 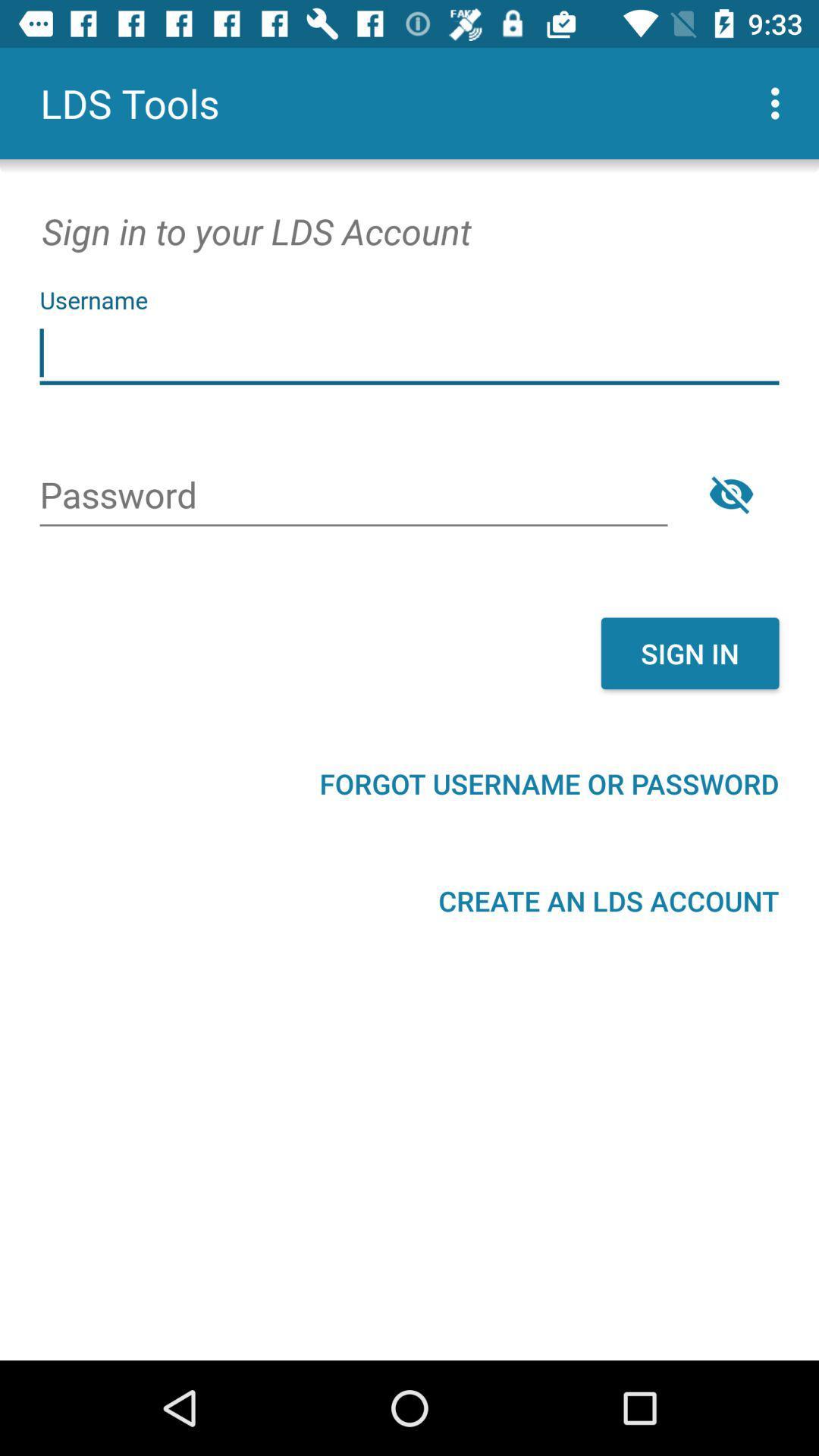 What do you see at coordinates (730, 494) in the screenshot?
I see `password` at bounding box center [730, 494].